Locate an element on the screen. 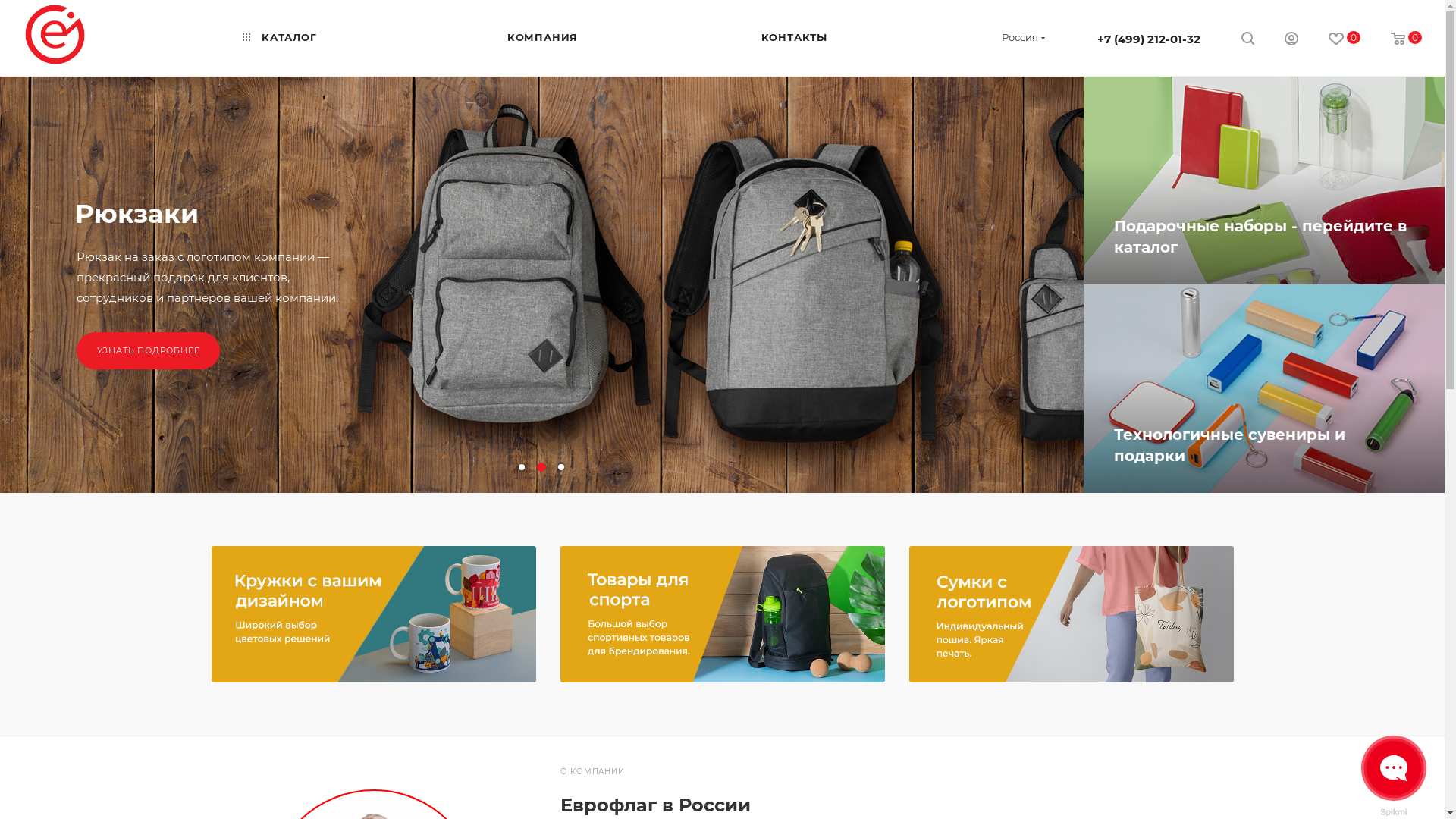  '0' is located at coordinates (1344, 39).